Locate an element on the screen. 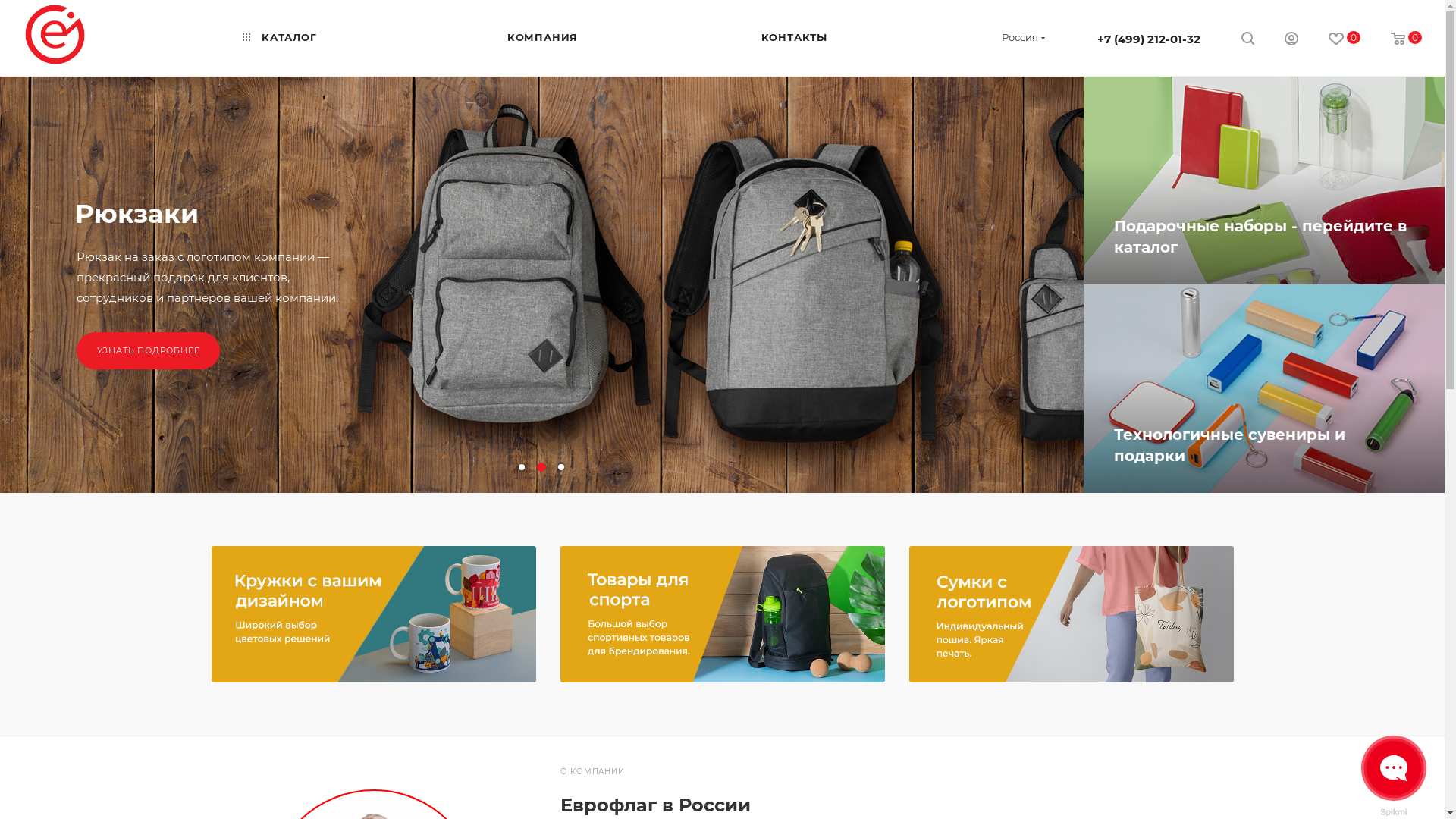  '0' is located at coordinates (1344, 39).